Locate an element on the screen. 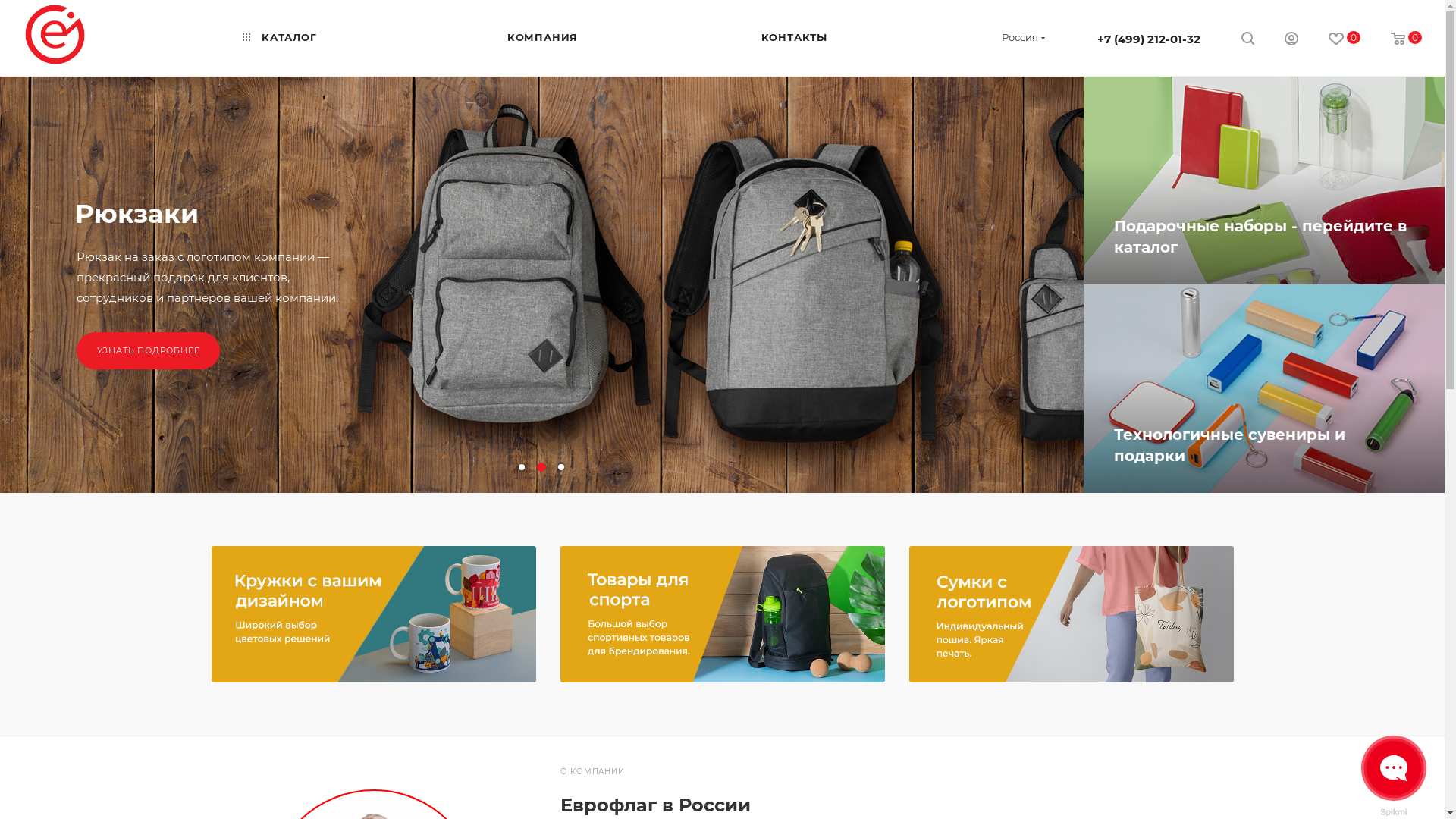  '0' is located at coordinates (1344, 39).